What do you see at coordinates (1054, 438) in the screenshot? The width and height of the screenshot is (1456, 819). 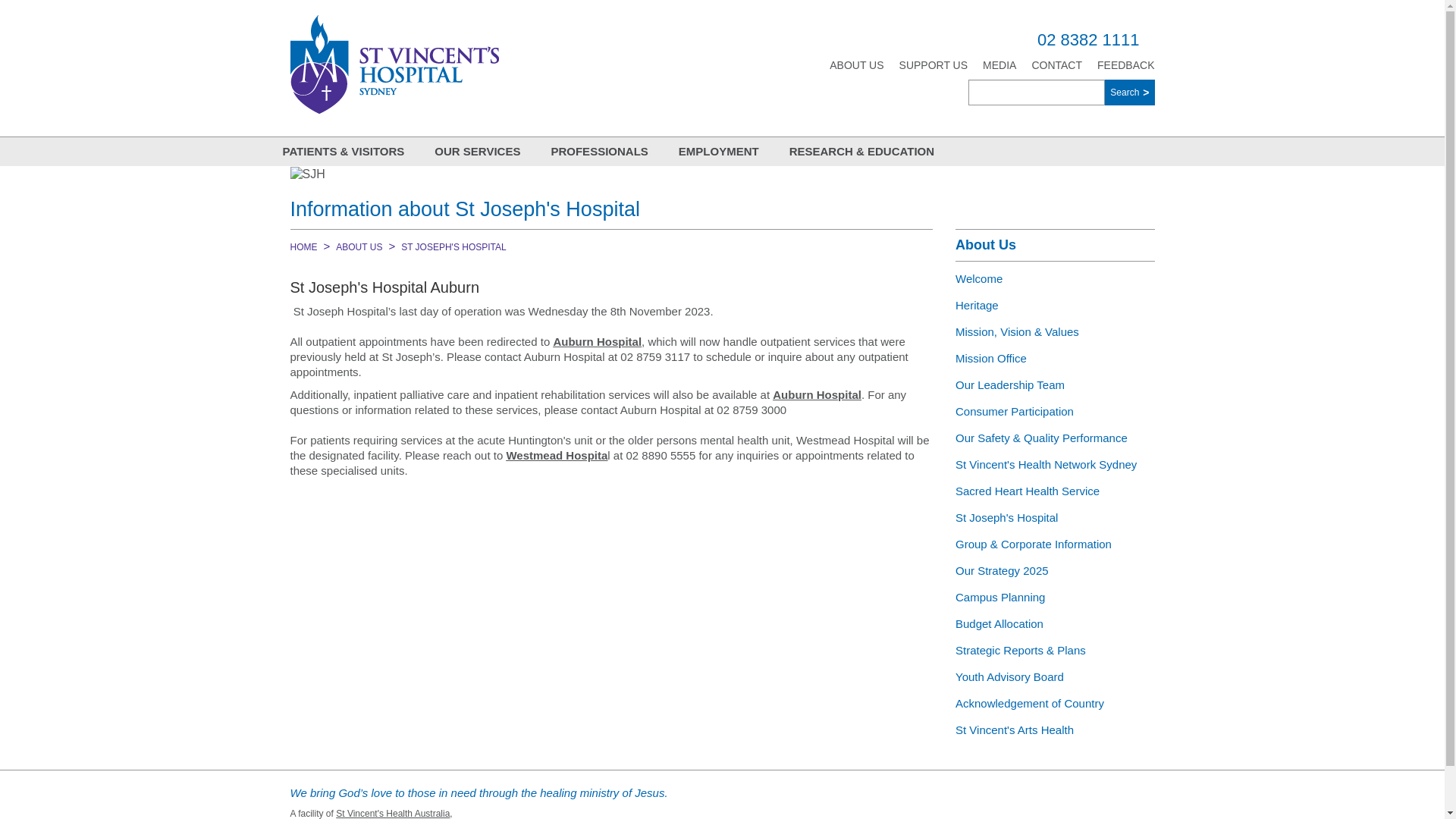 I see `'Our Safety & Quality Performance'` at bounding box center [1054, 438].